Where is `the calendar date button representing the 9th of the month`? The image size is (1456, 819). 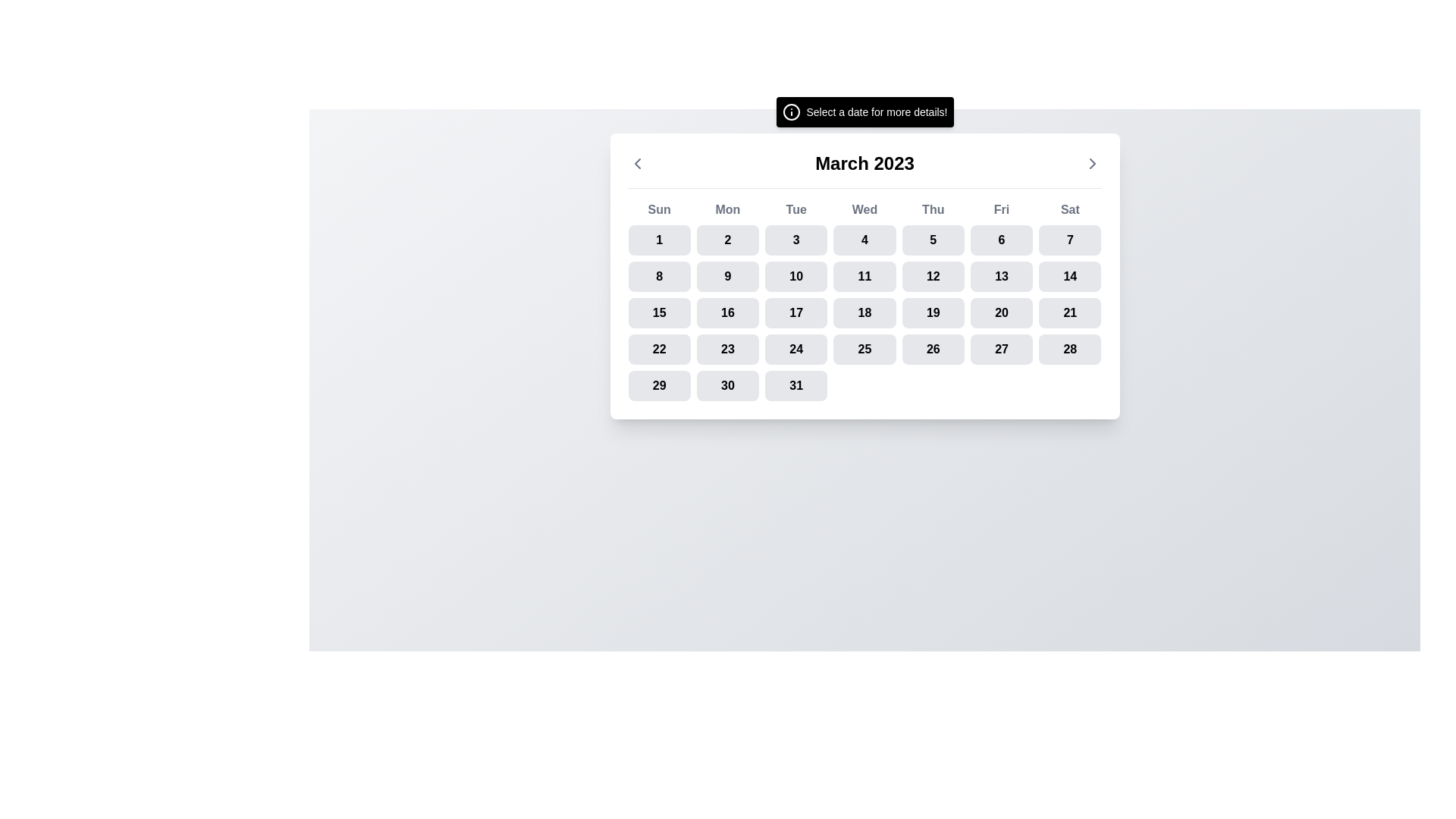
the calendar date button representing the 9th of the month is located at coordinates (728, 277).